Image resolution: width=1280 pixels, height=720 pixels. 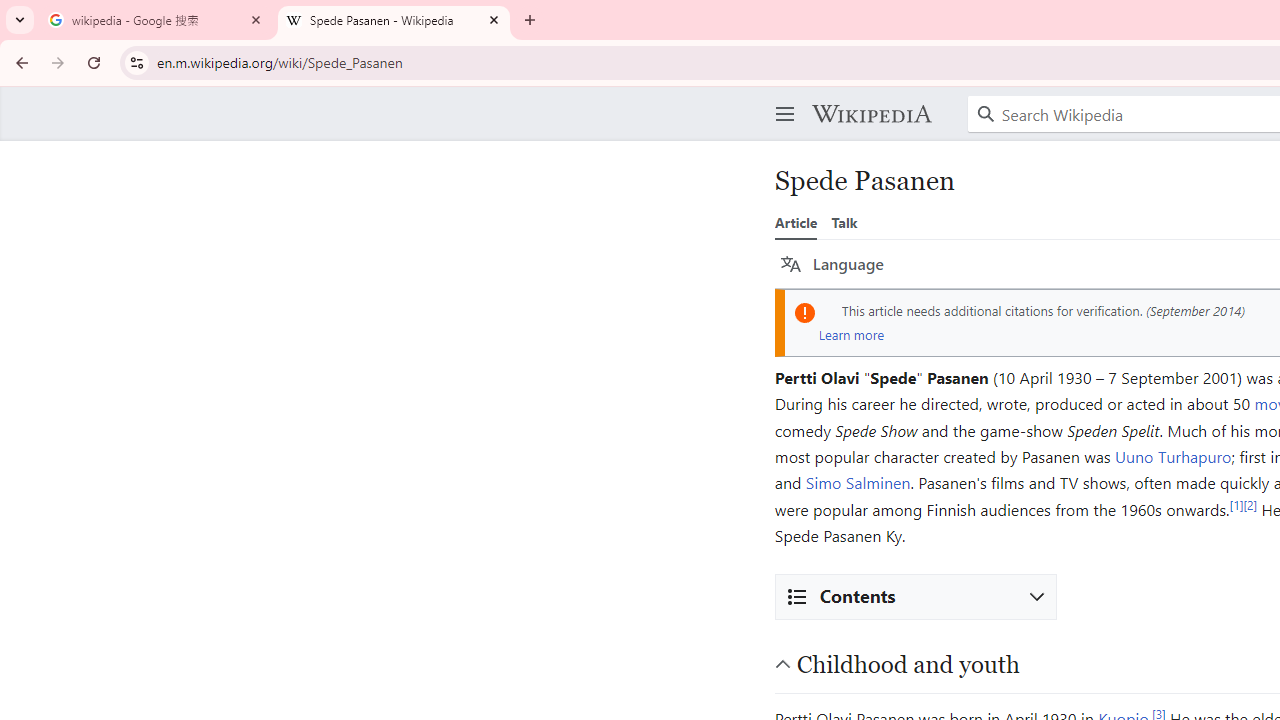 I want to click on 'verification', so click(x=1107, y=310).